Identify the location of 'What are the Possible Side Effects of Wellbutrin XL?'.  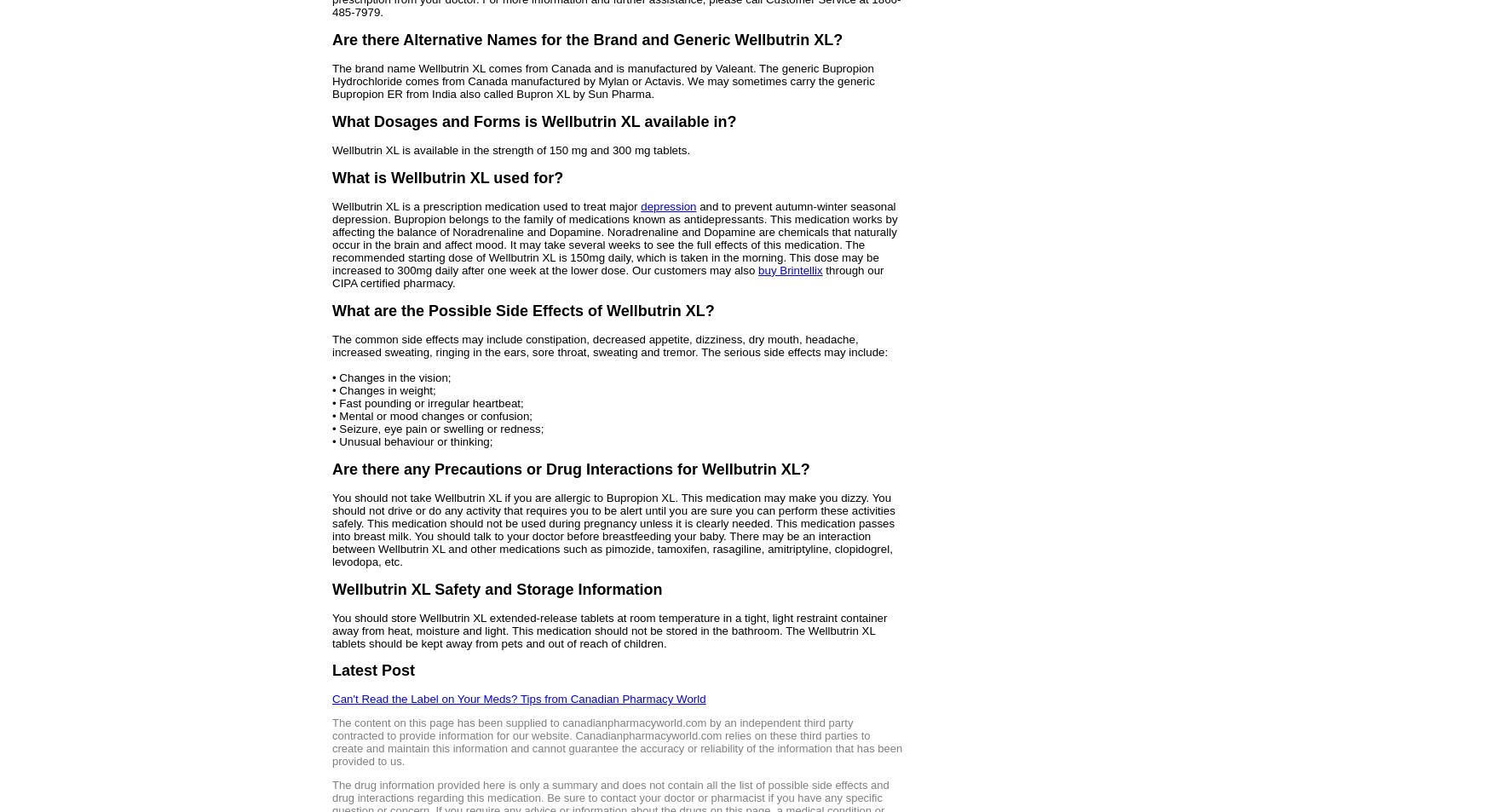
(523, 309).